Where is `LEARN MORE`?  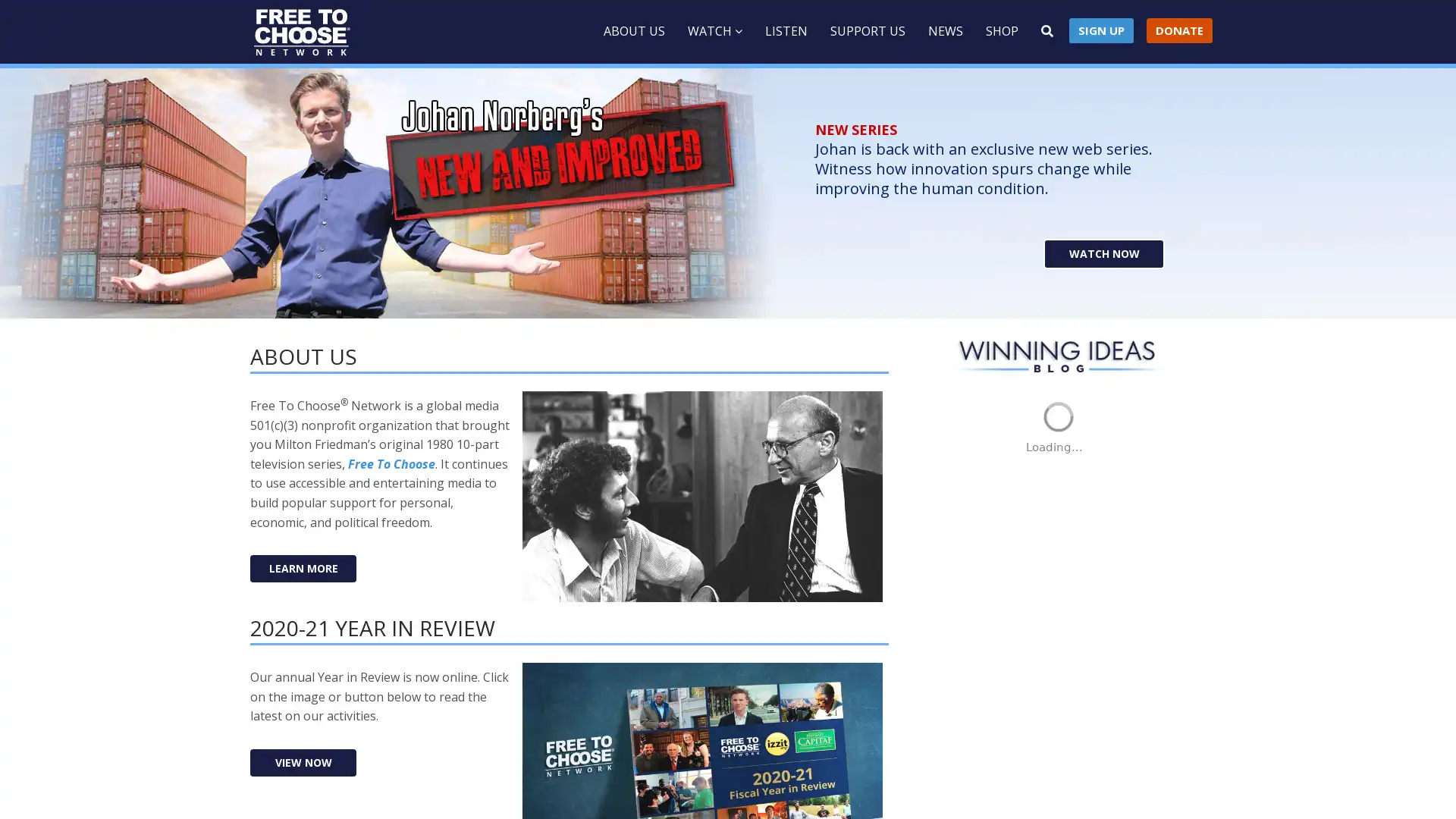
LEARN MORE is located at coordinates (303, 568).